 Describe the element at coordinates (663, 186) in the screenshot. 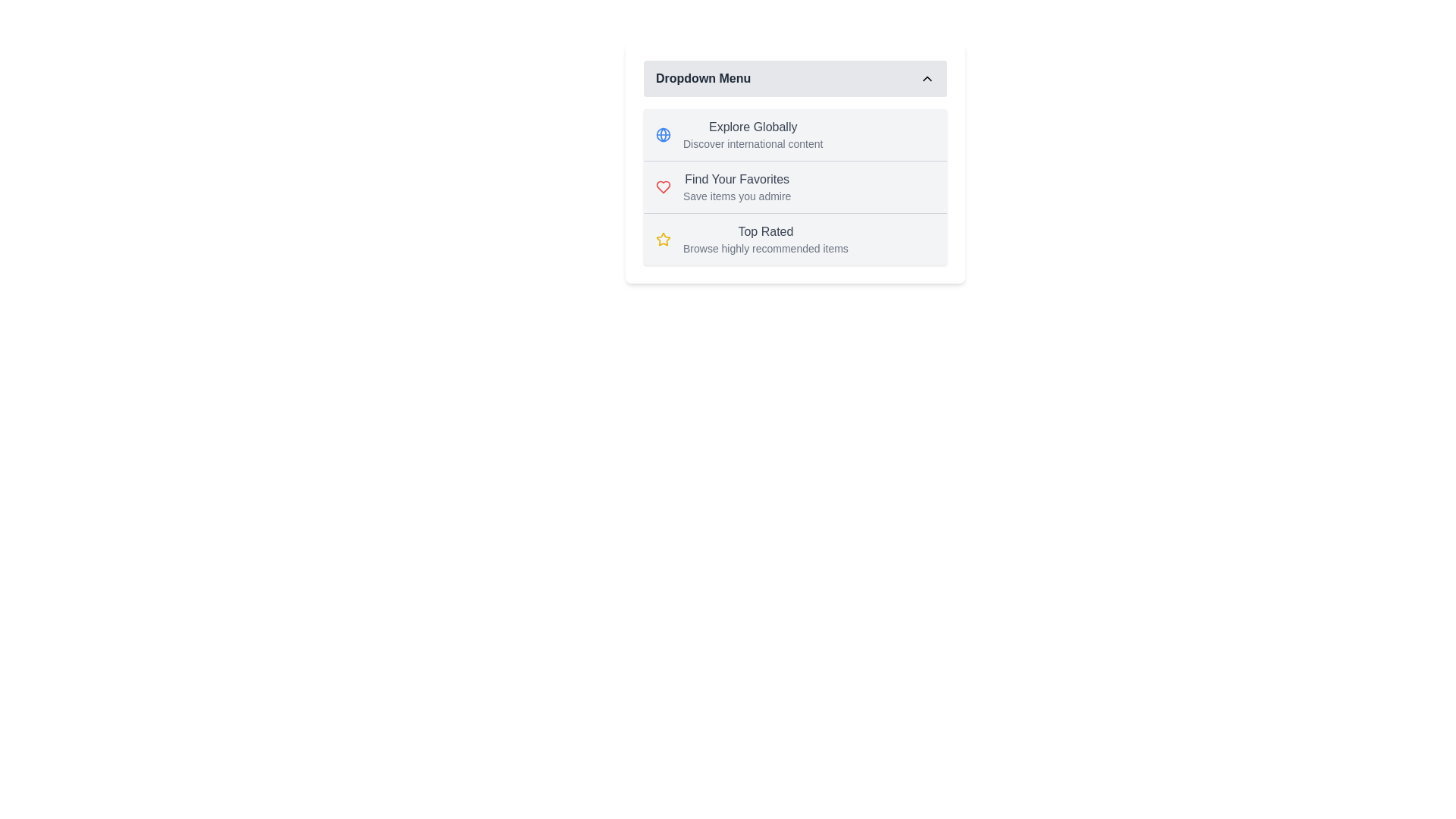

I see `the heart-shaped 'favorite' icon in the dropdown menu labeled 'Find Your Favorites', which is located to the left of the descriptive text` at that location.